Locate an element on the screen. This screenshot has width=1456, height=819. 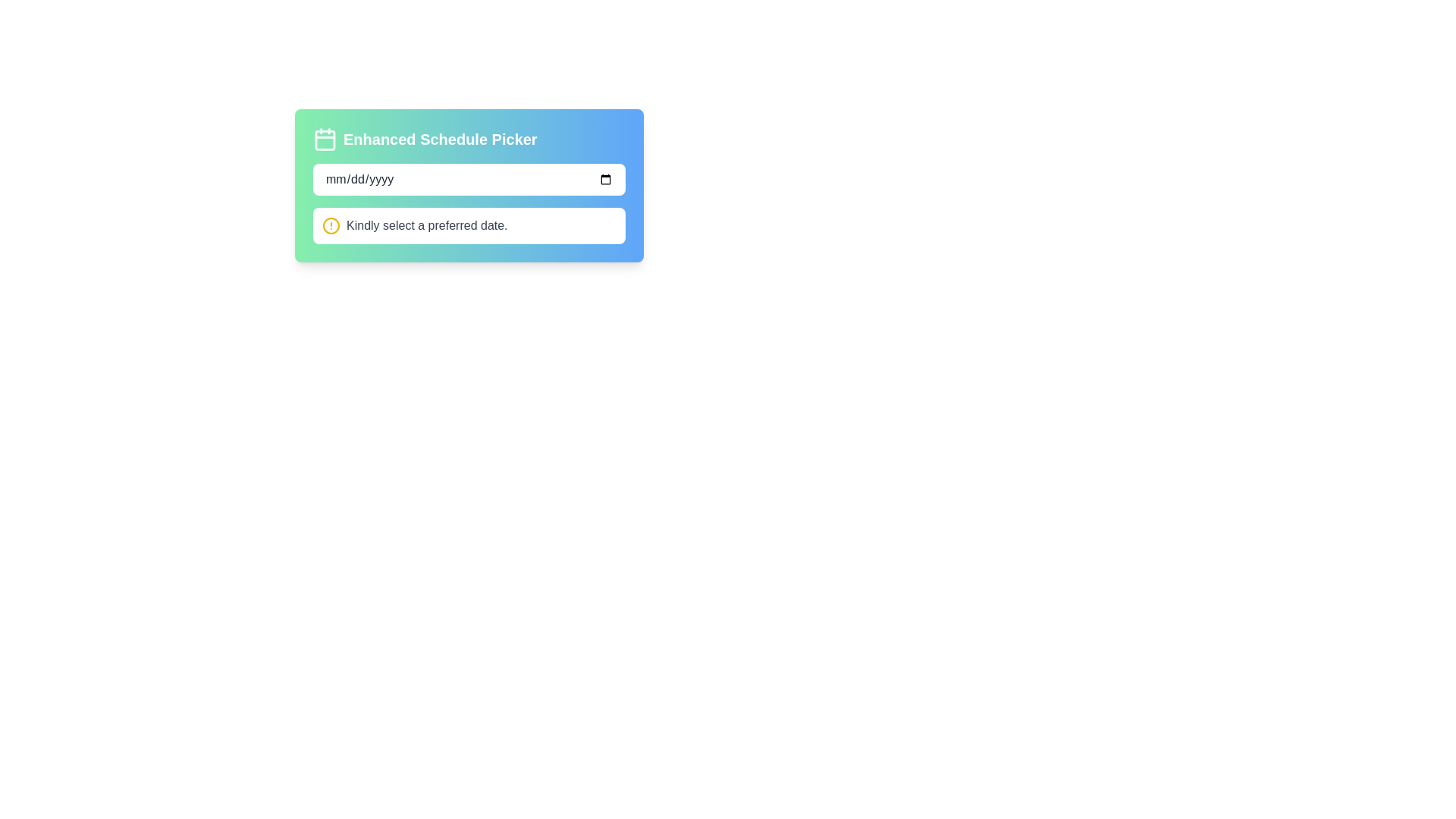
informational text displayed below the input field, which serves as a prompt or warning to the user is located at coordinates (469, 225).